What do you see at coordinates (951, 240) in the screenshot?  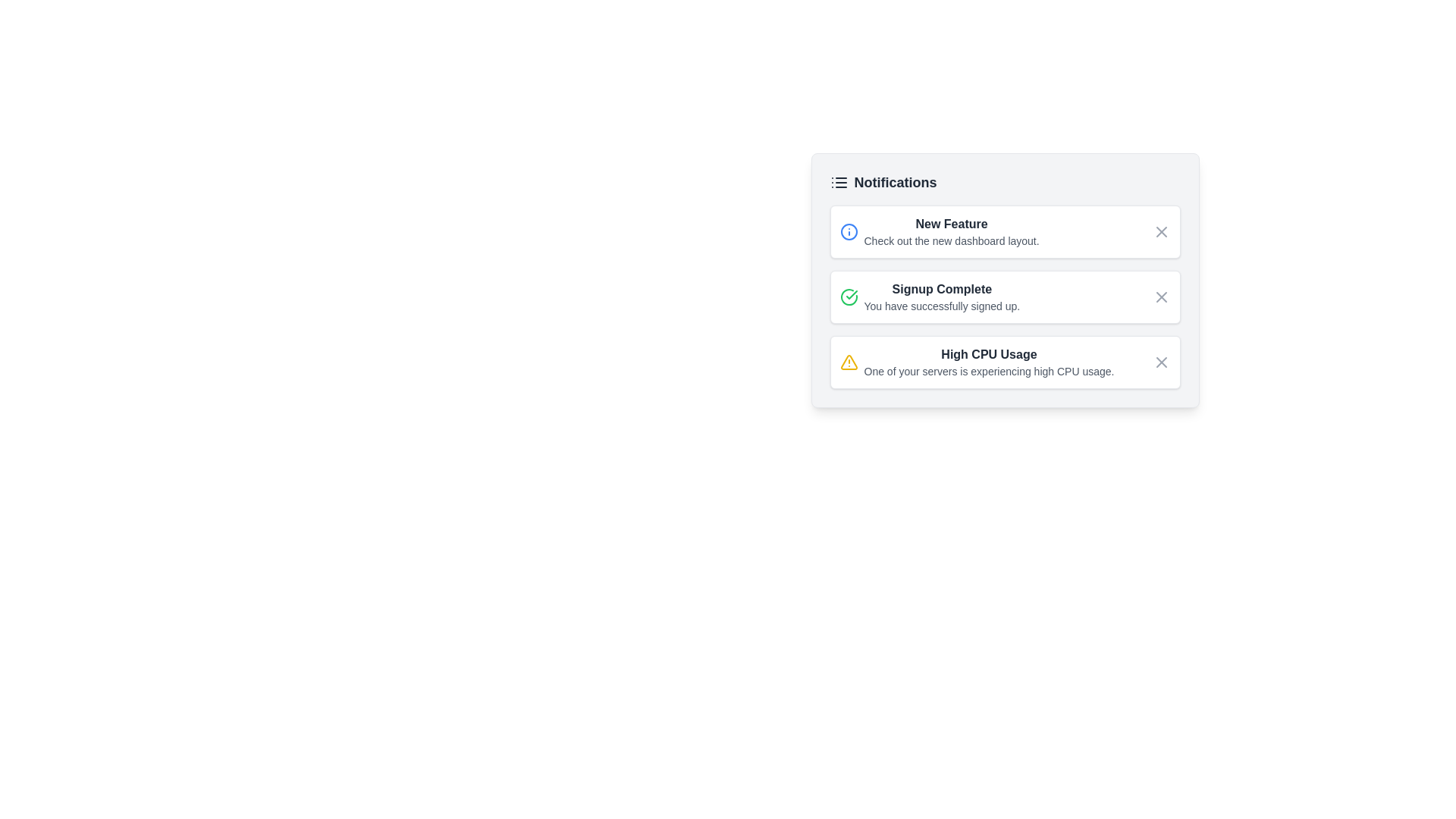 I see `the text label reading 'Check out the new dashboard layout' which is styled in a smaller gray font and positioned below the heading 'New Feature' within the notification card` at bounding box center [951, 240].